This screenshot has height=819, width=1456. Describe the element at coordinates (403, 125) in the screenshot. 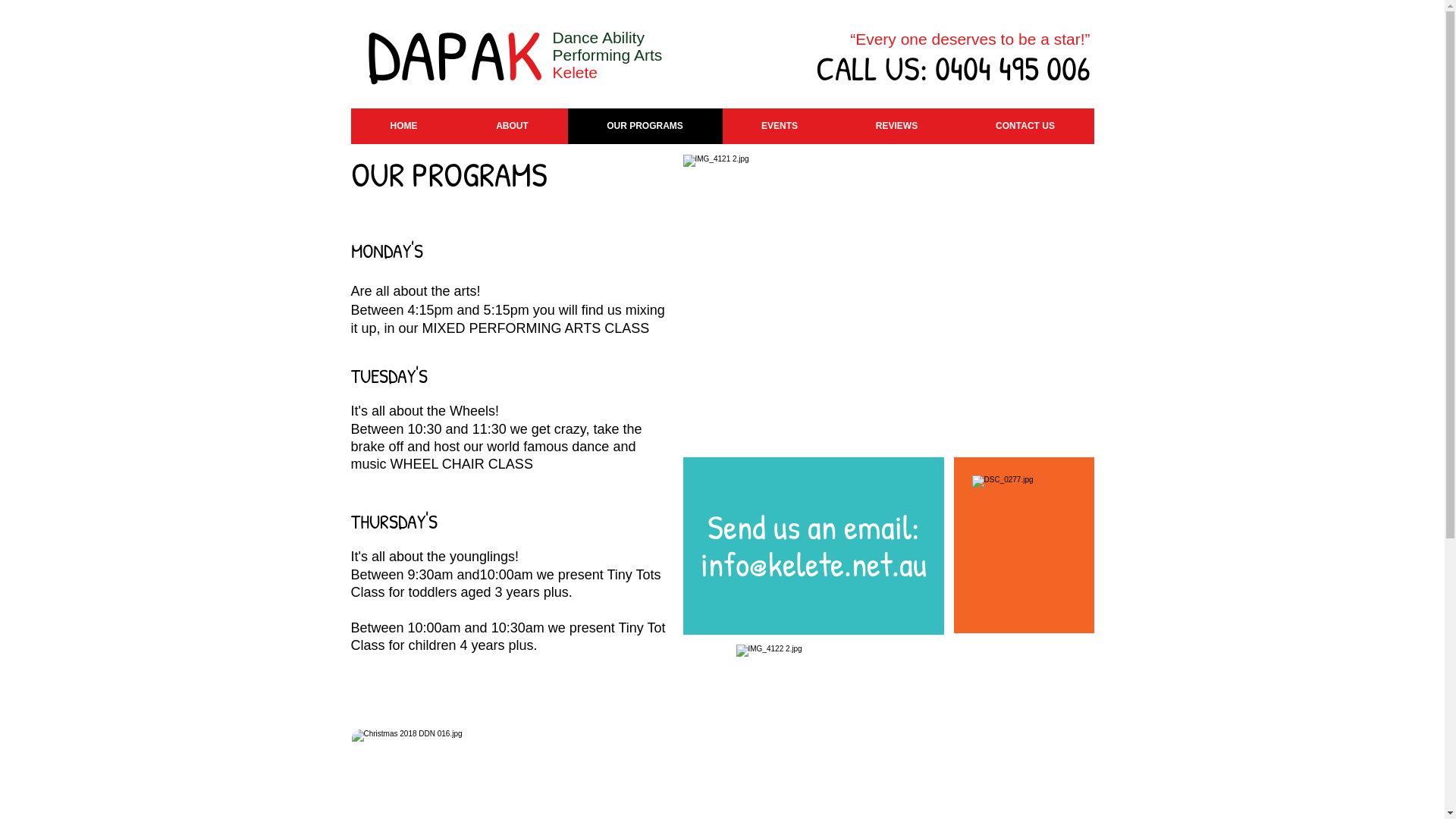

I see `'HOME'` at that location.